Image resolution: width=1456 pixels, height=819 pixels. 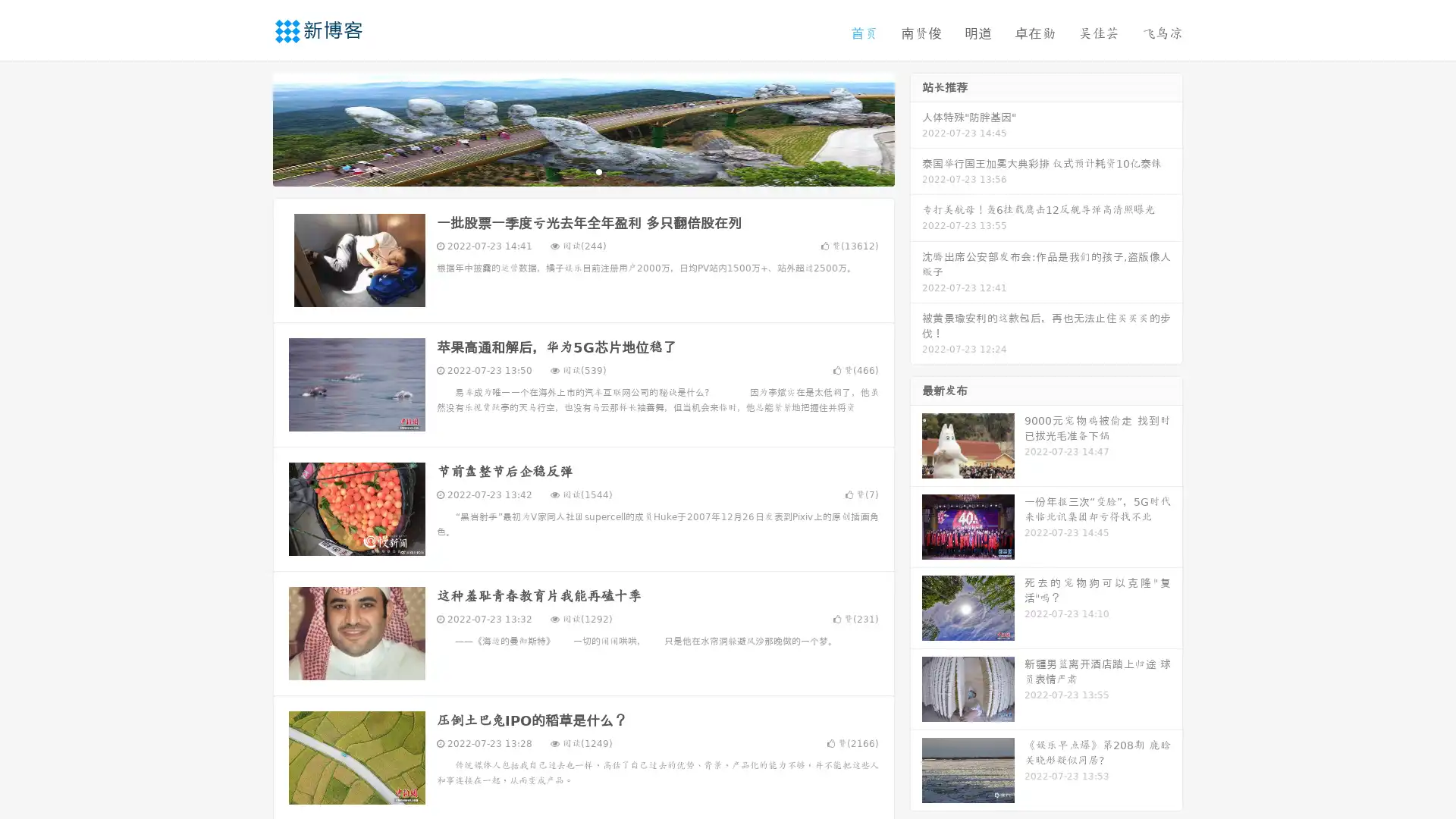 I want to click on Previous slide, so click(x=250, y=127).